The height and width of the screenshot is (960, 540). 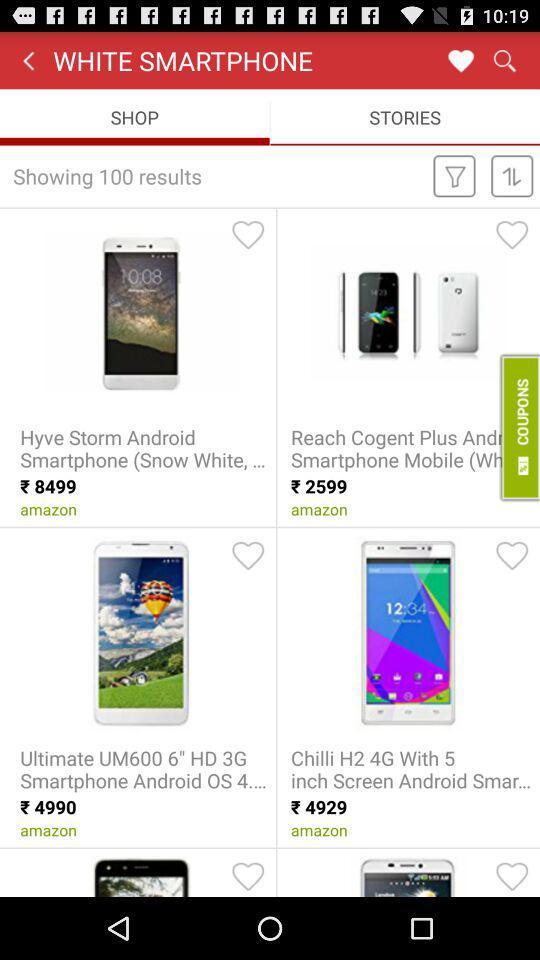 What do you see at coordinates (27, 59) in the screenshot?
I see `go back` at bounding box center [27, 59].